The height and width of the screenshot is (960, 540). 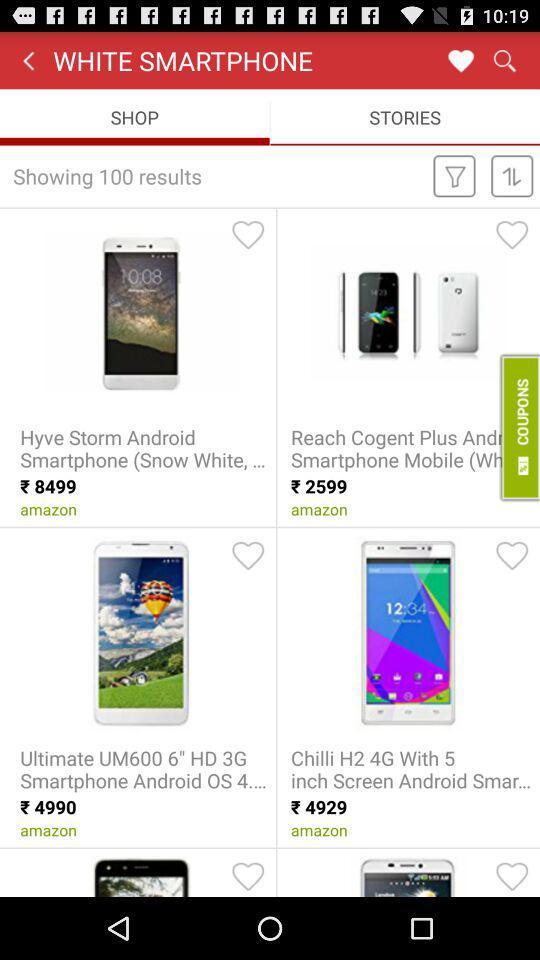 What do you see at coordinates (27, 59) in the screenshot?
I see `go back` at bounding box center [27, 59].